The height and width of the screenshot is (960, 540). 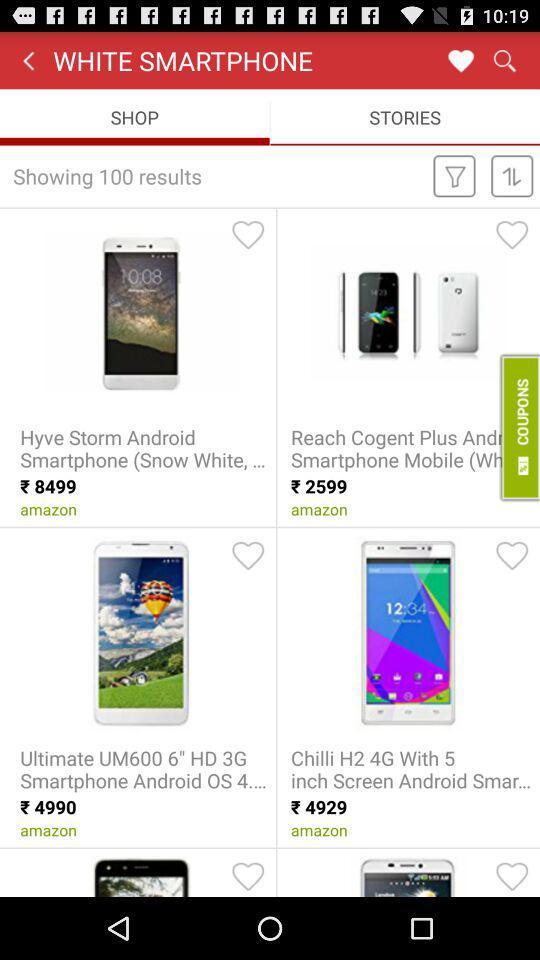 What do you see at coordinates (27, 59) in the screenshot?
I see `go back` at bounding box center [27, 59].